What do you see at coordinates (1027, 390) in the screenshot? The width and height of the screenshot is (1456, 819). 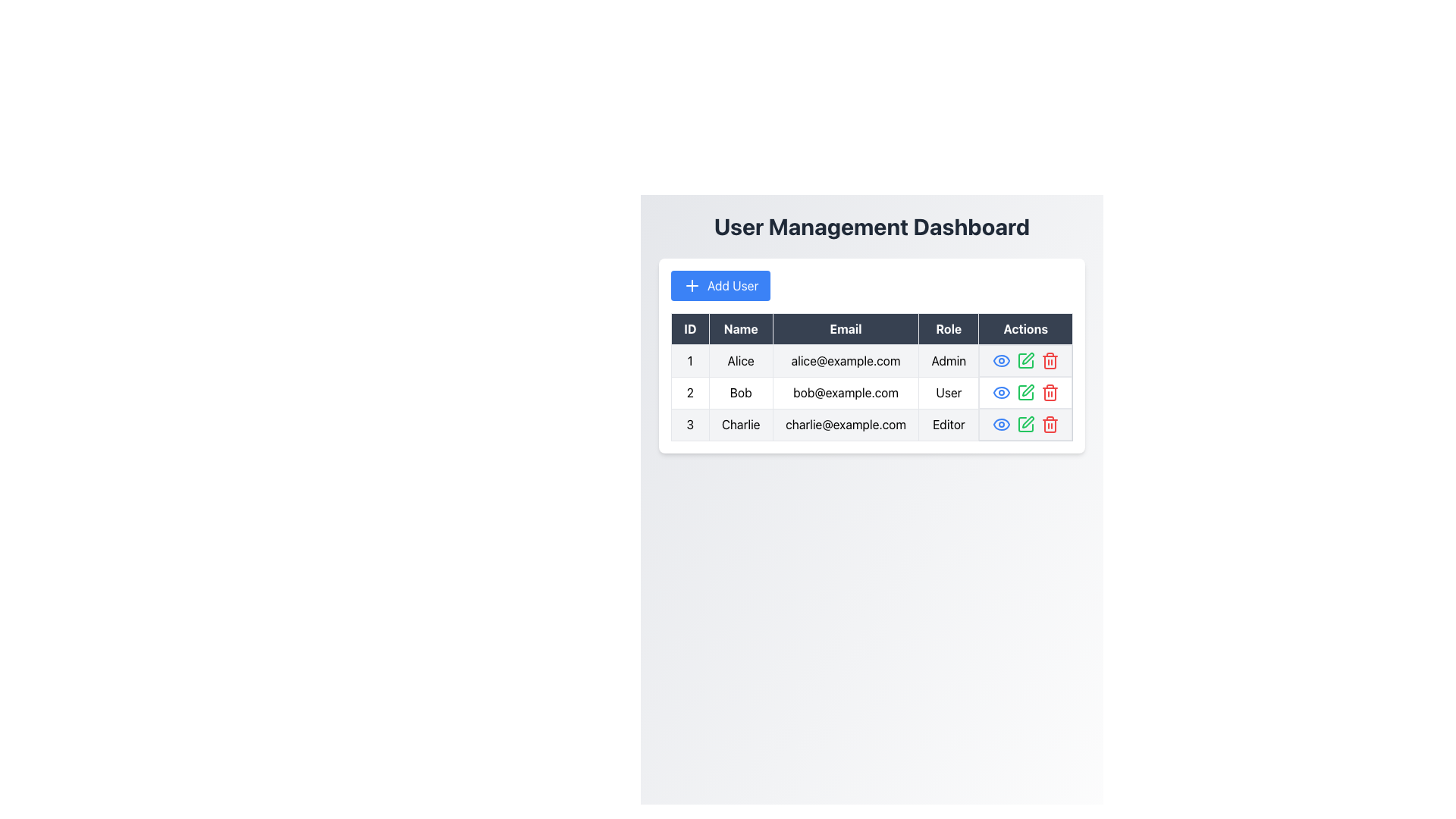 I see `the pen-shaped icon located in the 'Actions' column of Bob's row to initiate an edit action` at bounding box center [1027, 390].